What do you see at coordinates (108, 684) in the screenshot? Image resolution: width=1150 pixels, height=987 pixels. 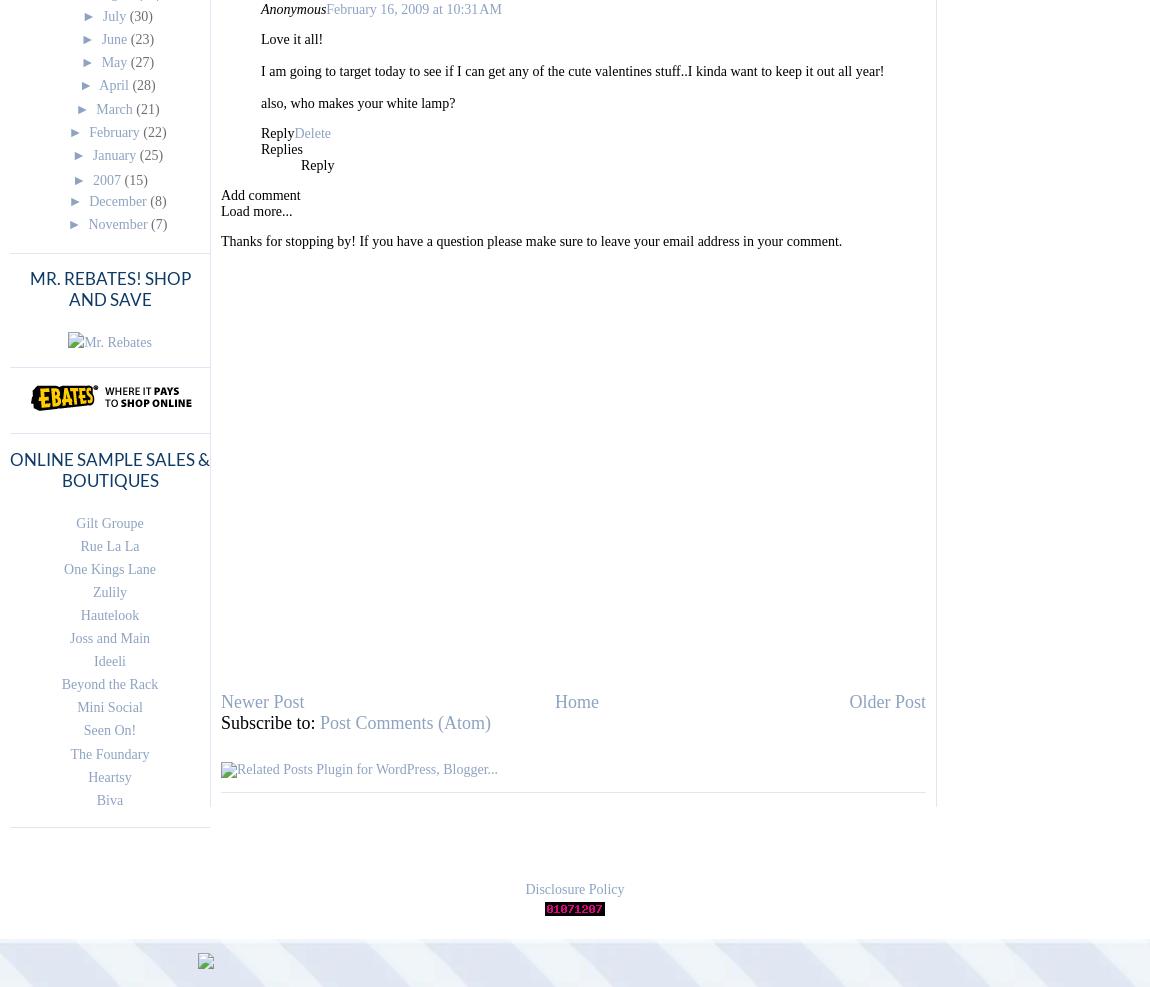 I see `'Beyond the Rack'` at bounding box center [108, 684].